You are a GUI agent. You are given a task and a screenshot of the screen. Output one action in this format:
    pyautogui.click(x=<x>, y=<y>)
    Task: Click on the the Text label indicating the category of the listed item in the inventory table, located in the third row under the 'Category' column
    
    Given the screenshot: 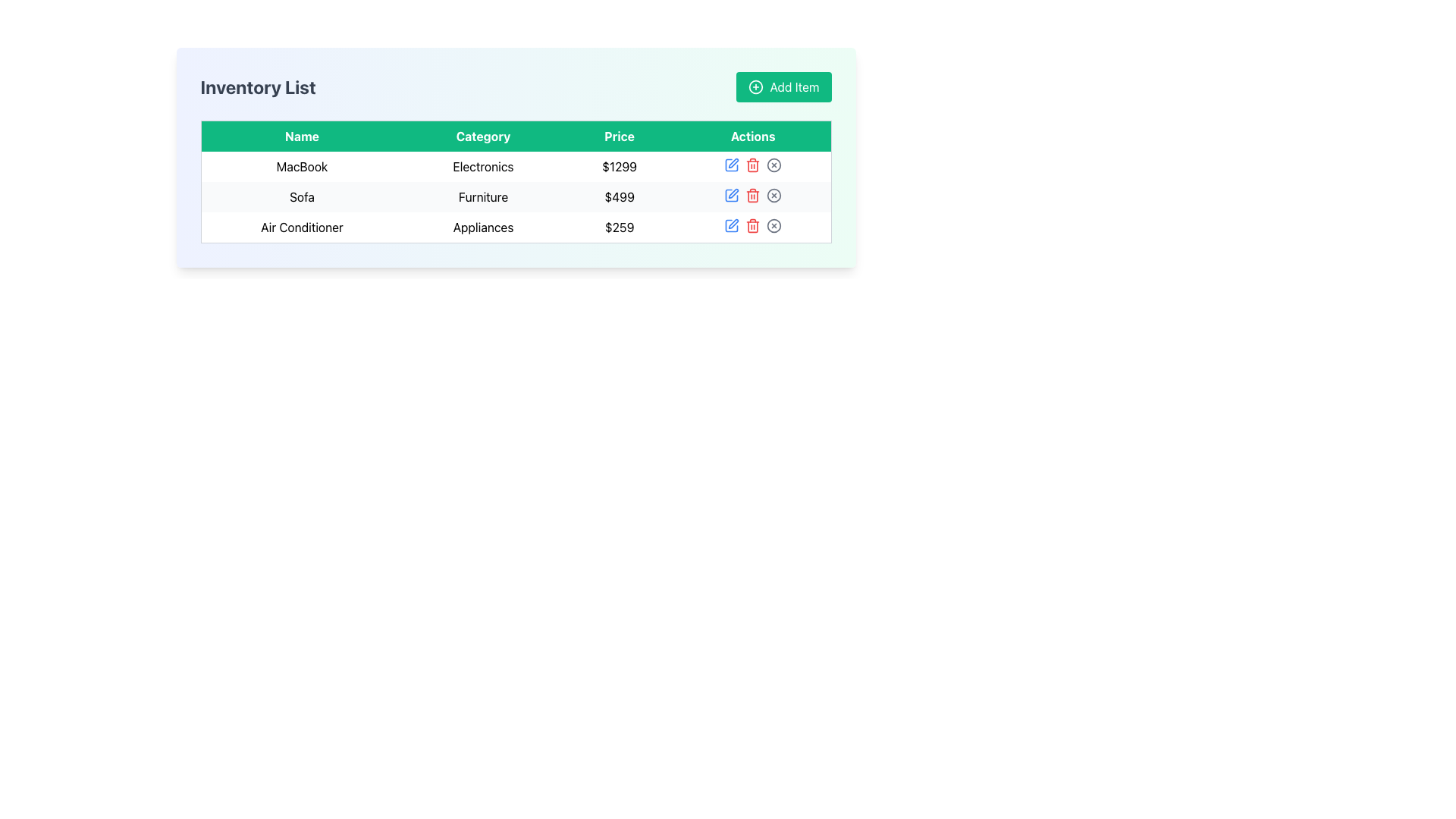 What is the action you would take?
    pyautogui.click(x=482, y=227)
    